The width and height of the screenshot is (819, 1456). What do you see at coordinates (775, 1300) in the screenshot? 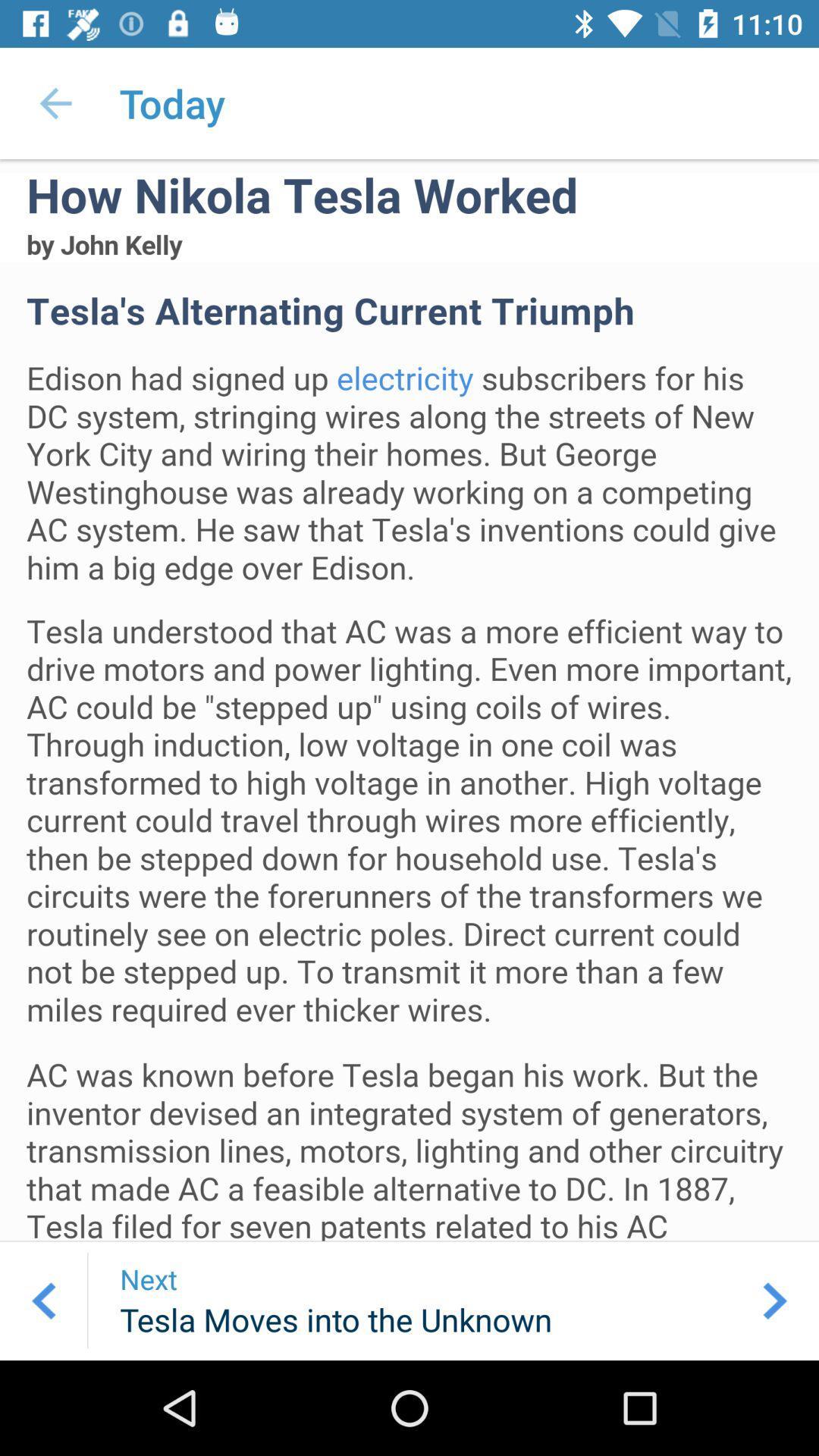
I see `go next button` at bounding box center [775, 1300].